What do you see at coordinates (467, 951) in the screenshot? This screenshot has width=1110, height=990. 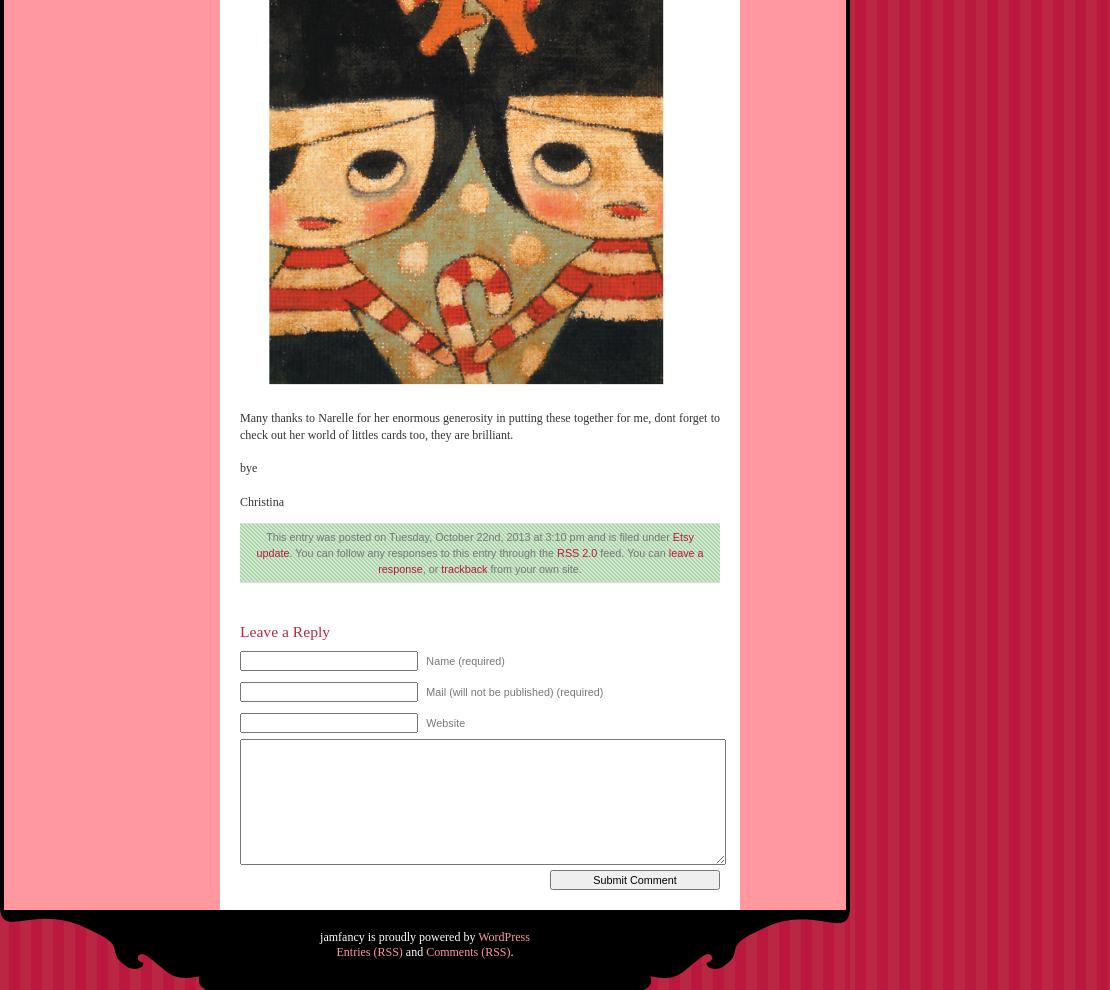 I see `'Comments (RSS)'` at bounding box center [467, 951].